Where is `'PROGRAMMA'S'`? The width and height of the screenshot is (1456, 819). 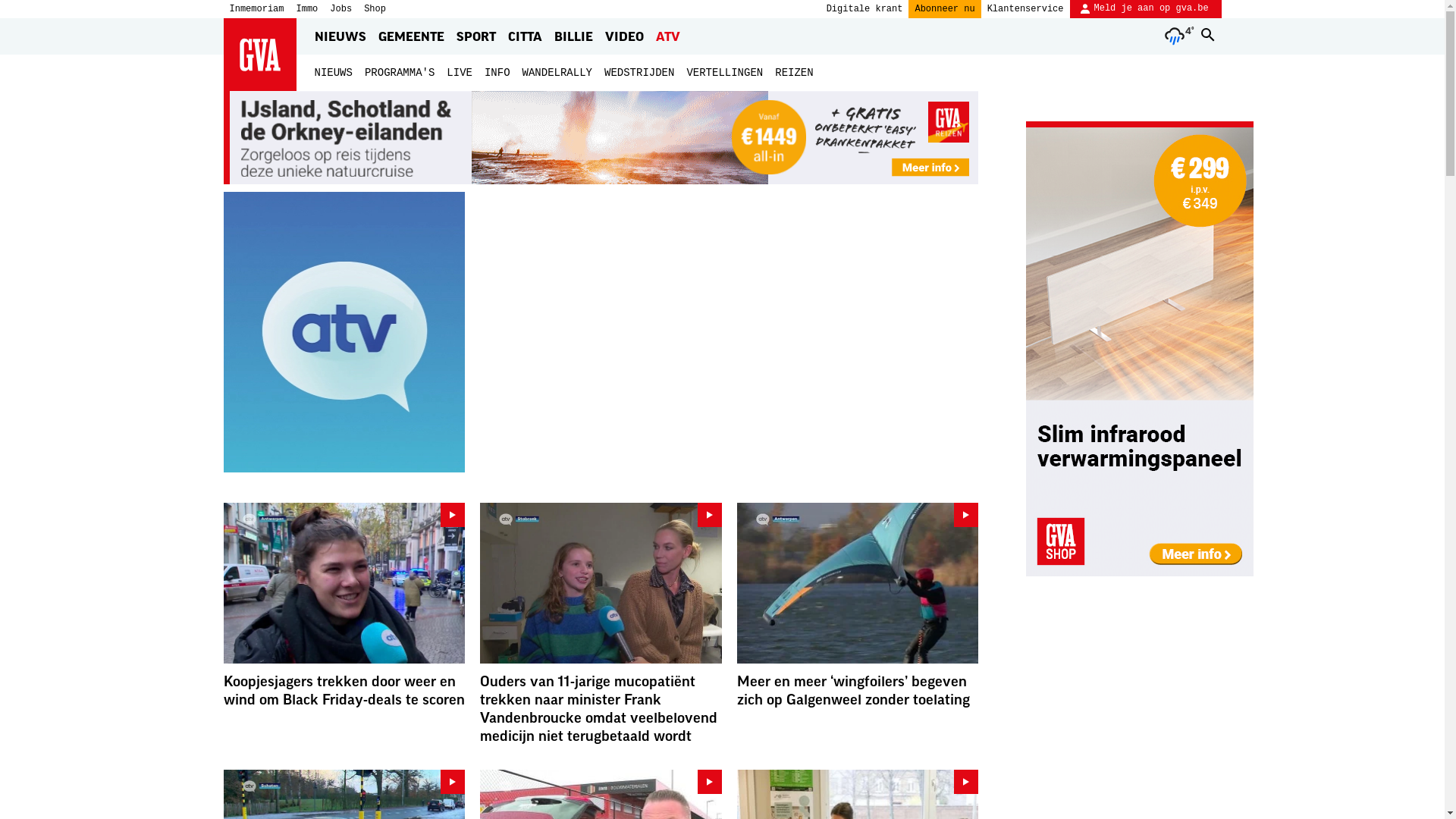
'PROGRAMMA'S' is located at coordinates (400, 73).